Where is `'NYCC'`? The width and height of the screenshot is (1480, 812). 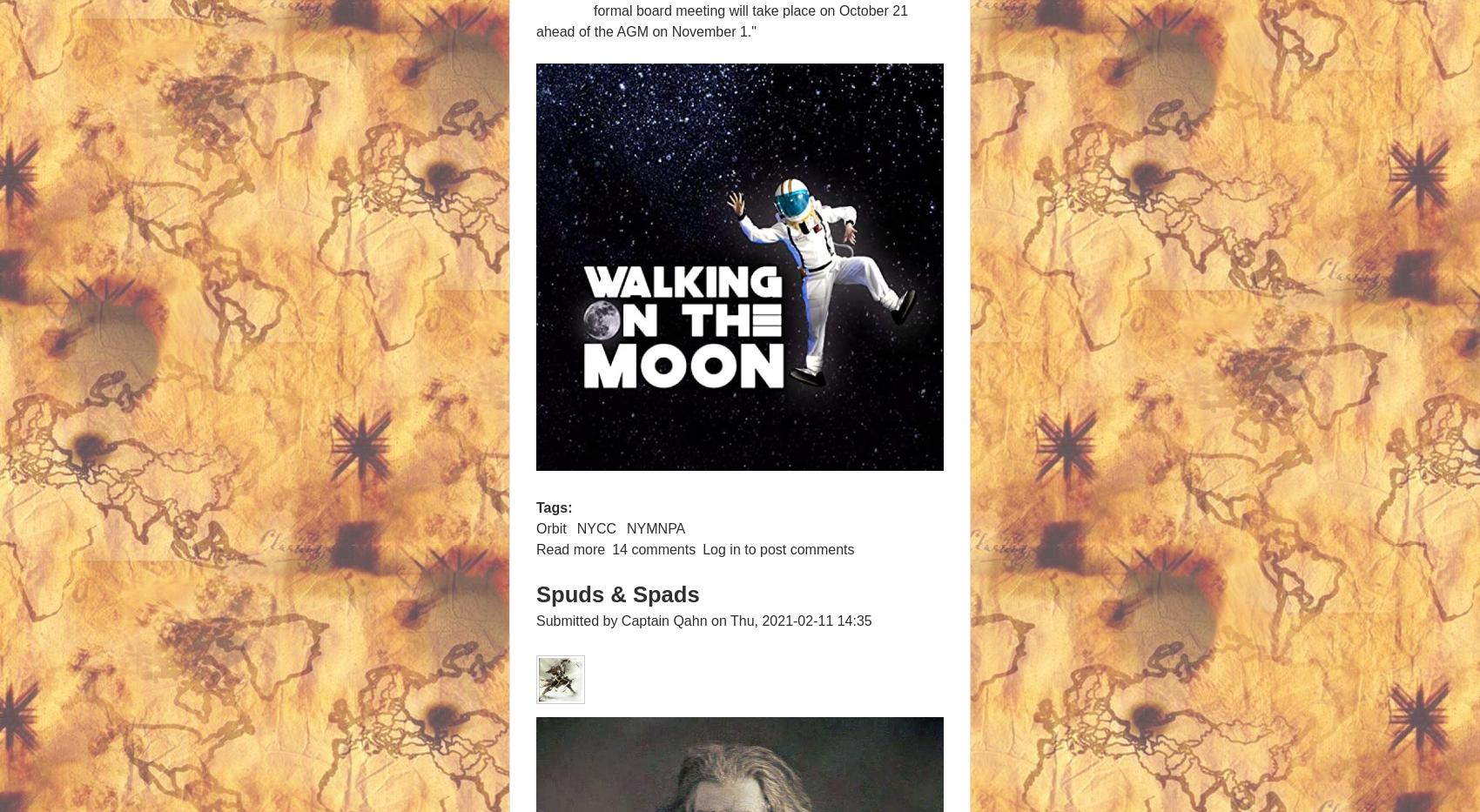 'NYCC' is located at coordinates (595, 527).